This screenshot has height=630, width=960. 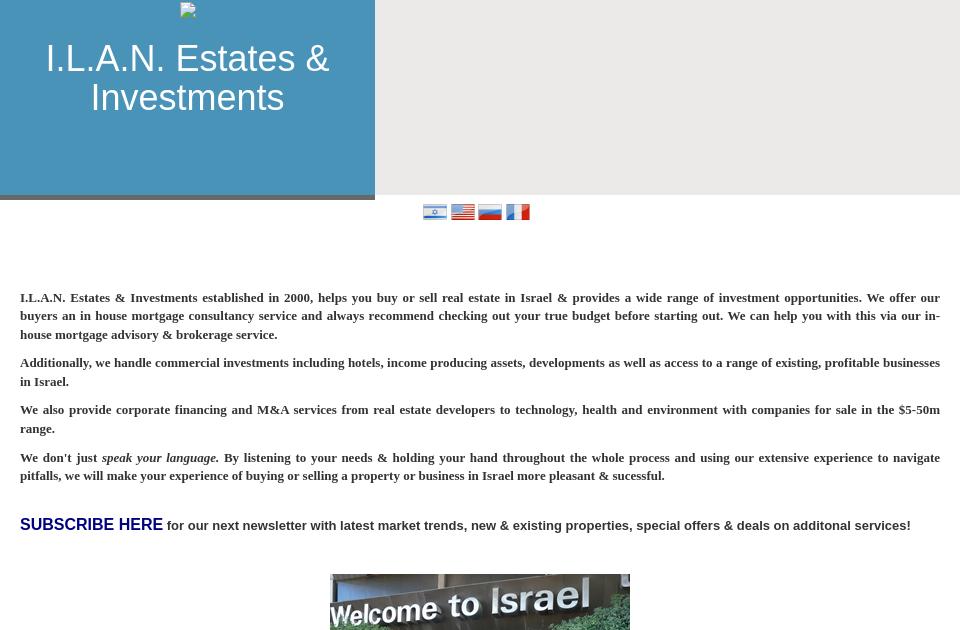 I want to click on '$5-50m range.', so click(x=18, y=417).